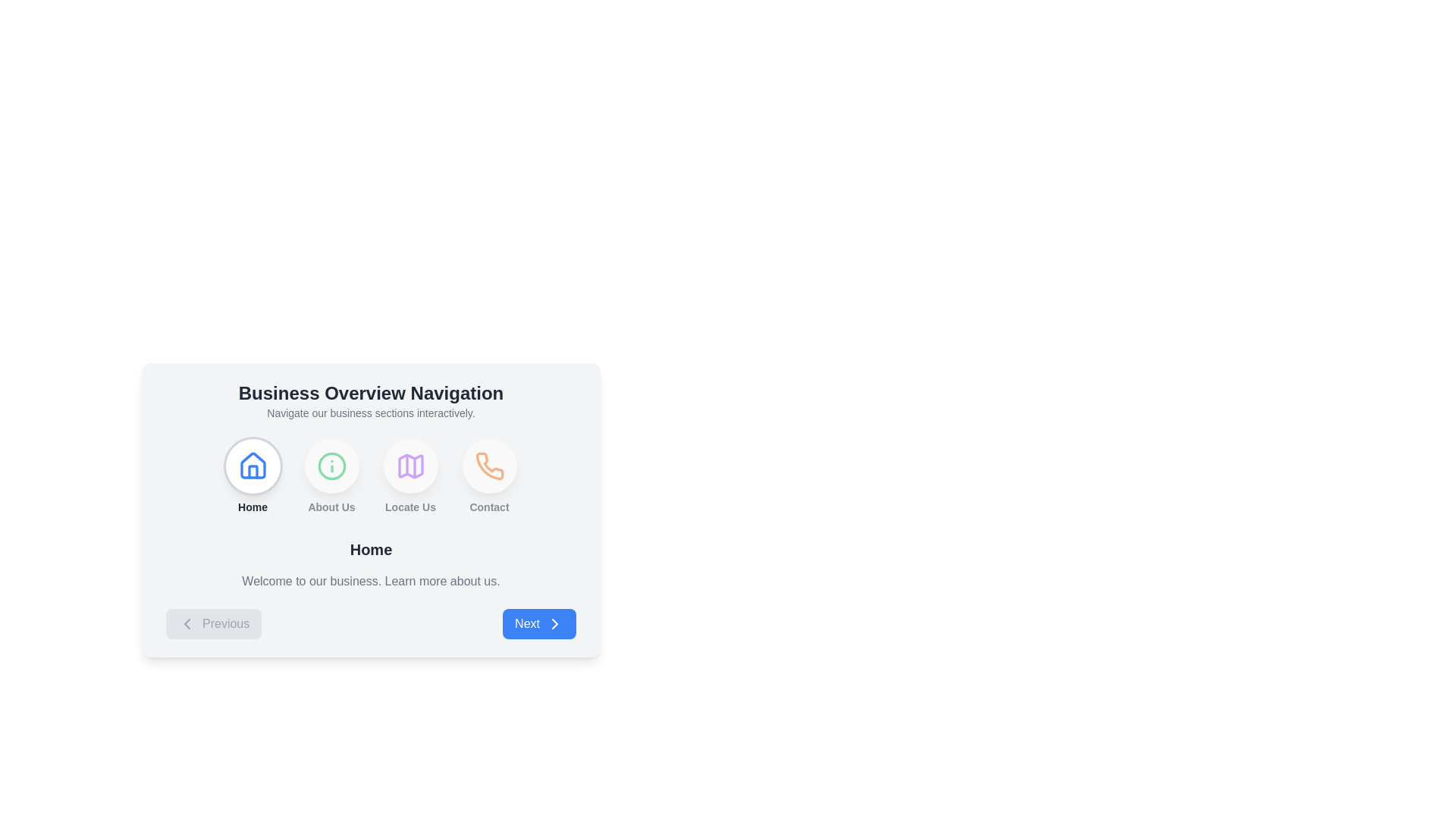 The width and height of the screenshot is (1456, 819). I want to click on Text Label located below the circular 'i' icon in the 'Business Overview Navigation' section to understand the associated feature, so click(331, 507).